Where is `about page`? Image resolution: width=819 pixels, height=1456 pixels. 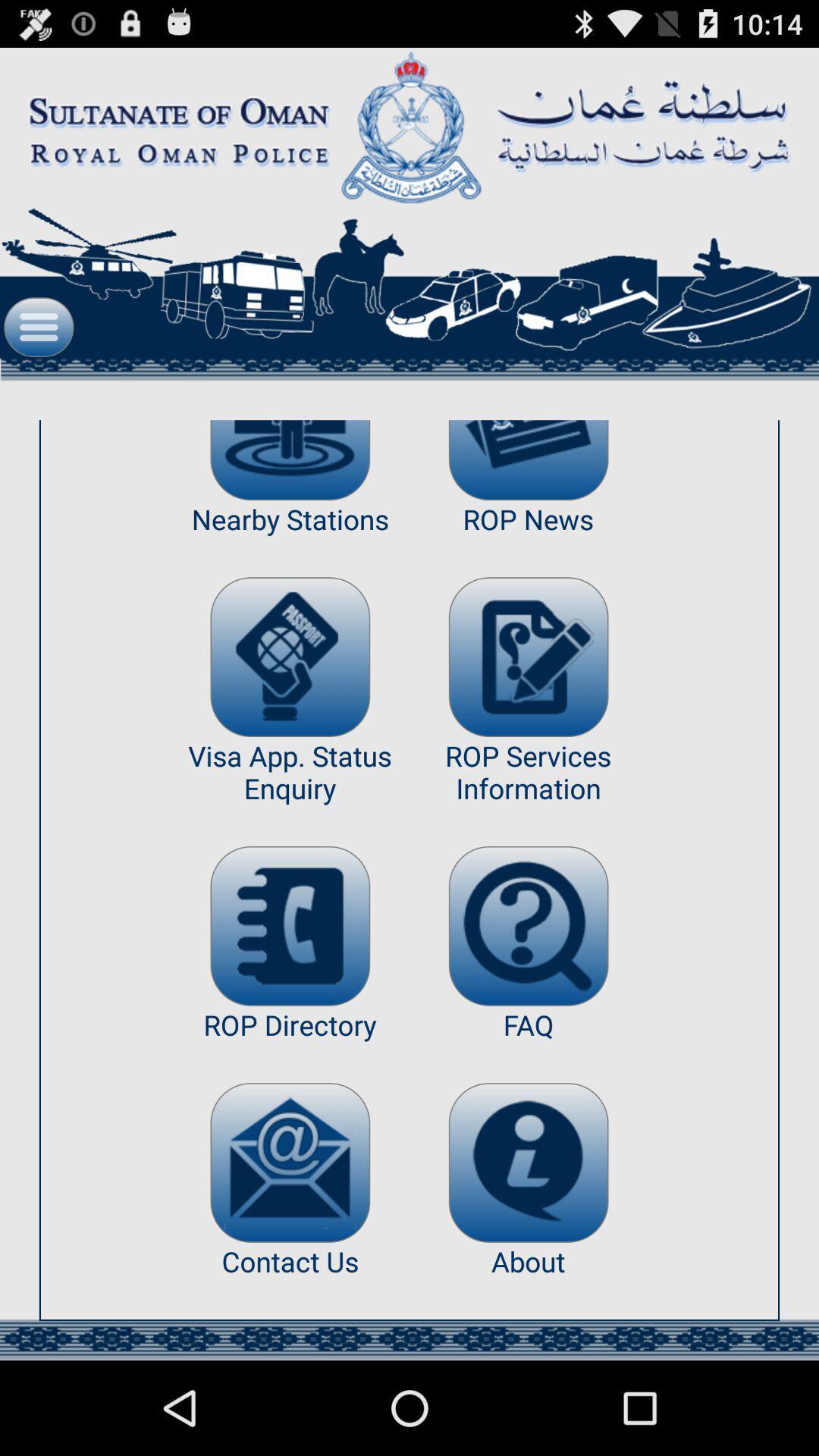 about page is located at coordinates (528, 1162).